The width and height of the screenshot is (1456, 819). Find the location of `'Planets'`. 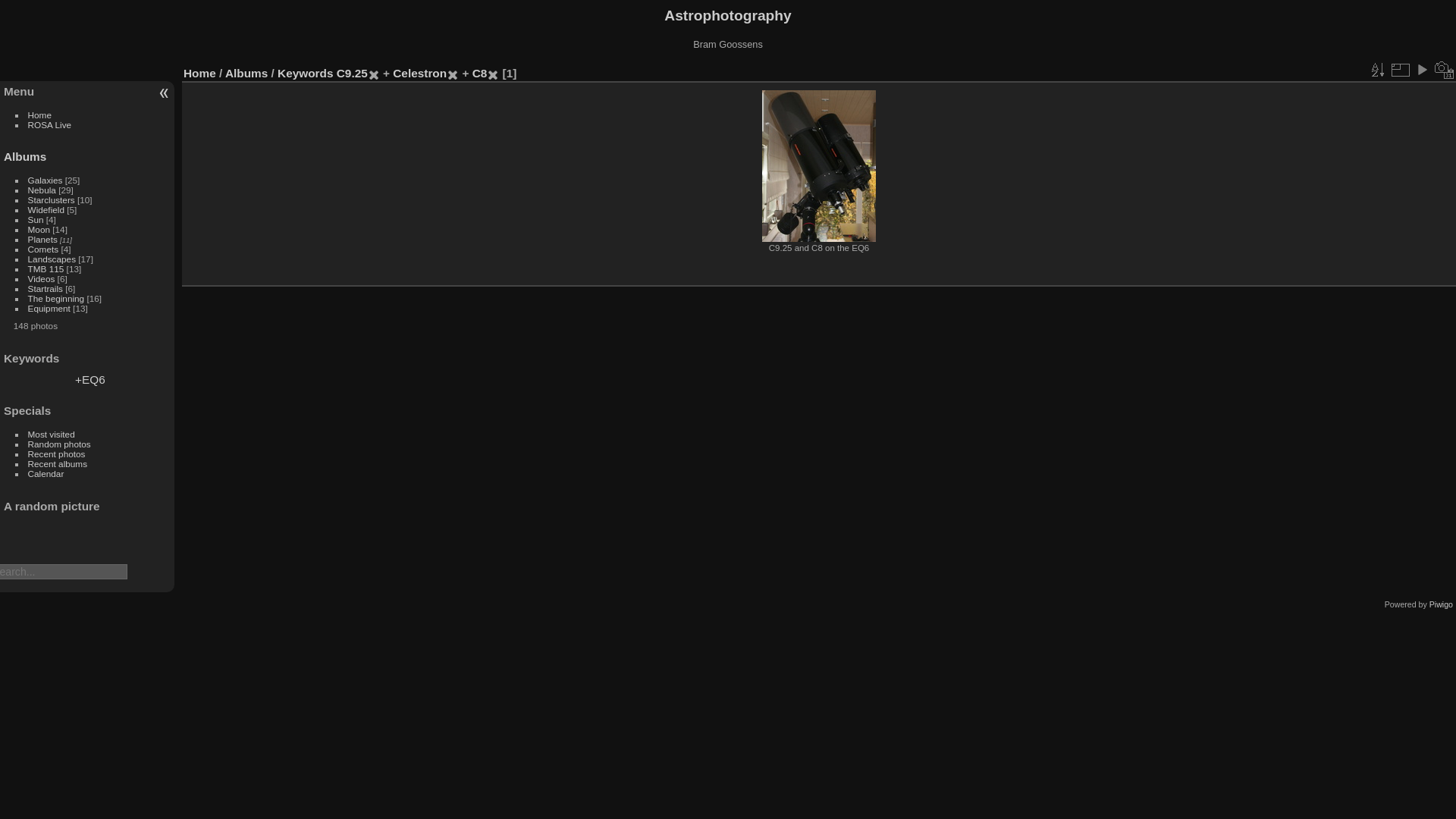

'Planets' is located at coordinates (42, 239).